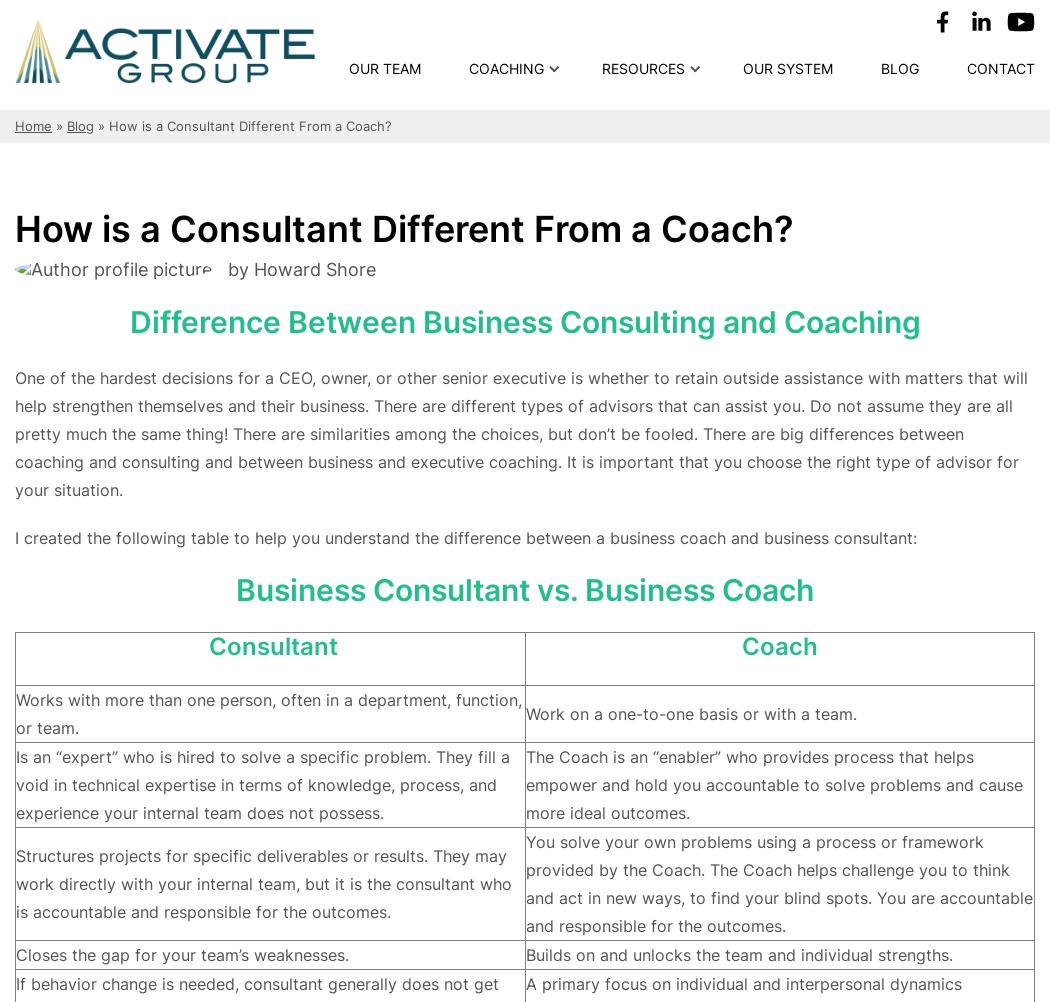 This screenshot has width=1050, height=1002. What do you see at coordinates (601, 68) in the screenshot?
I see `'Resources'` at bounding box center [601, 68].